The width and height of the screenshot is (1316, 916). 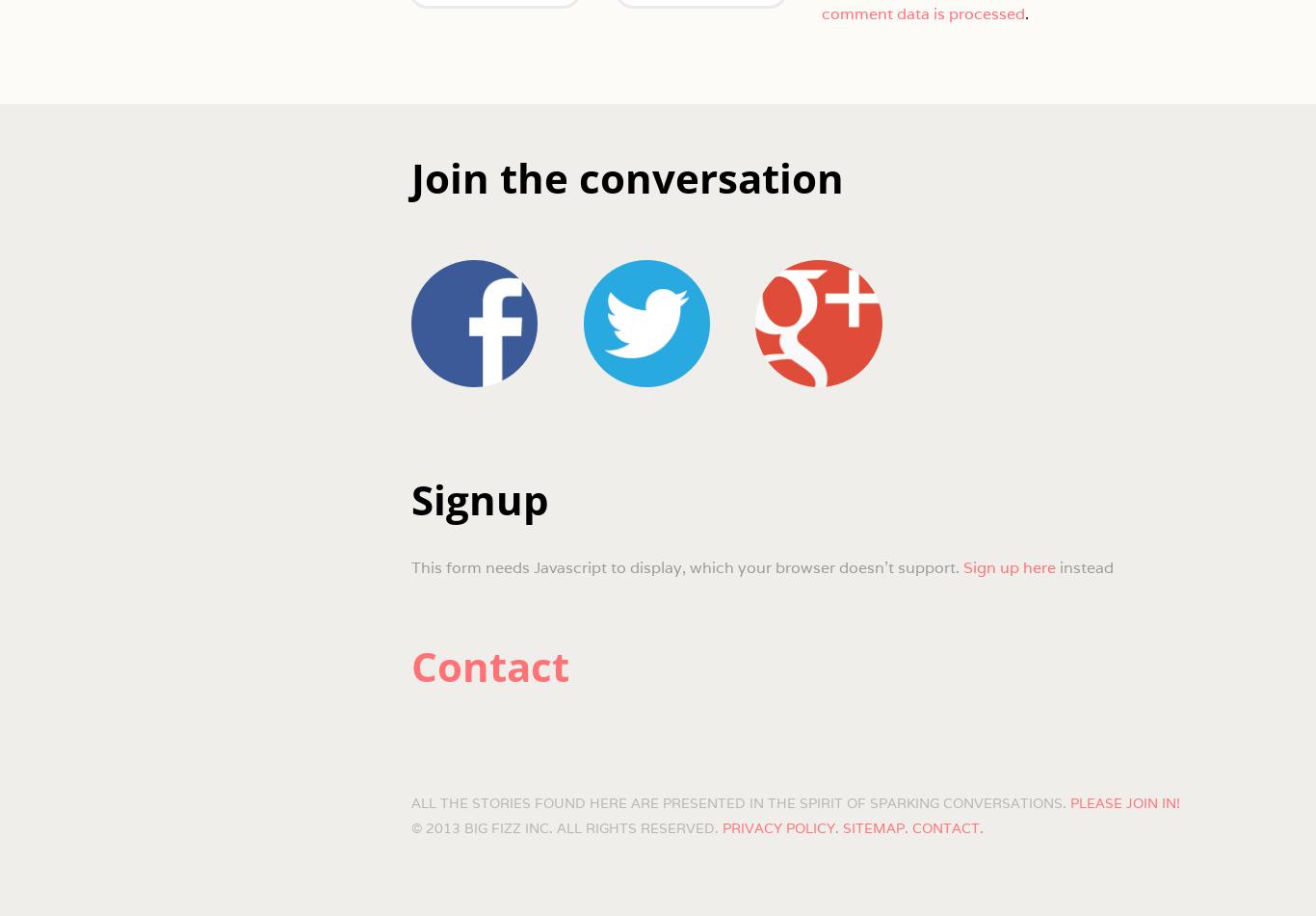 What do you see at coordinates (625, 176) in the screenshot?
I see `'Join the conversation'` at bounding box center [625, 176].